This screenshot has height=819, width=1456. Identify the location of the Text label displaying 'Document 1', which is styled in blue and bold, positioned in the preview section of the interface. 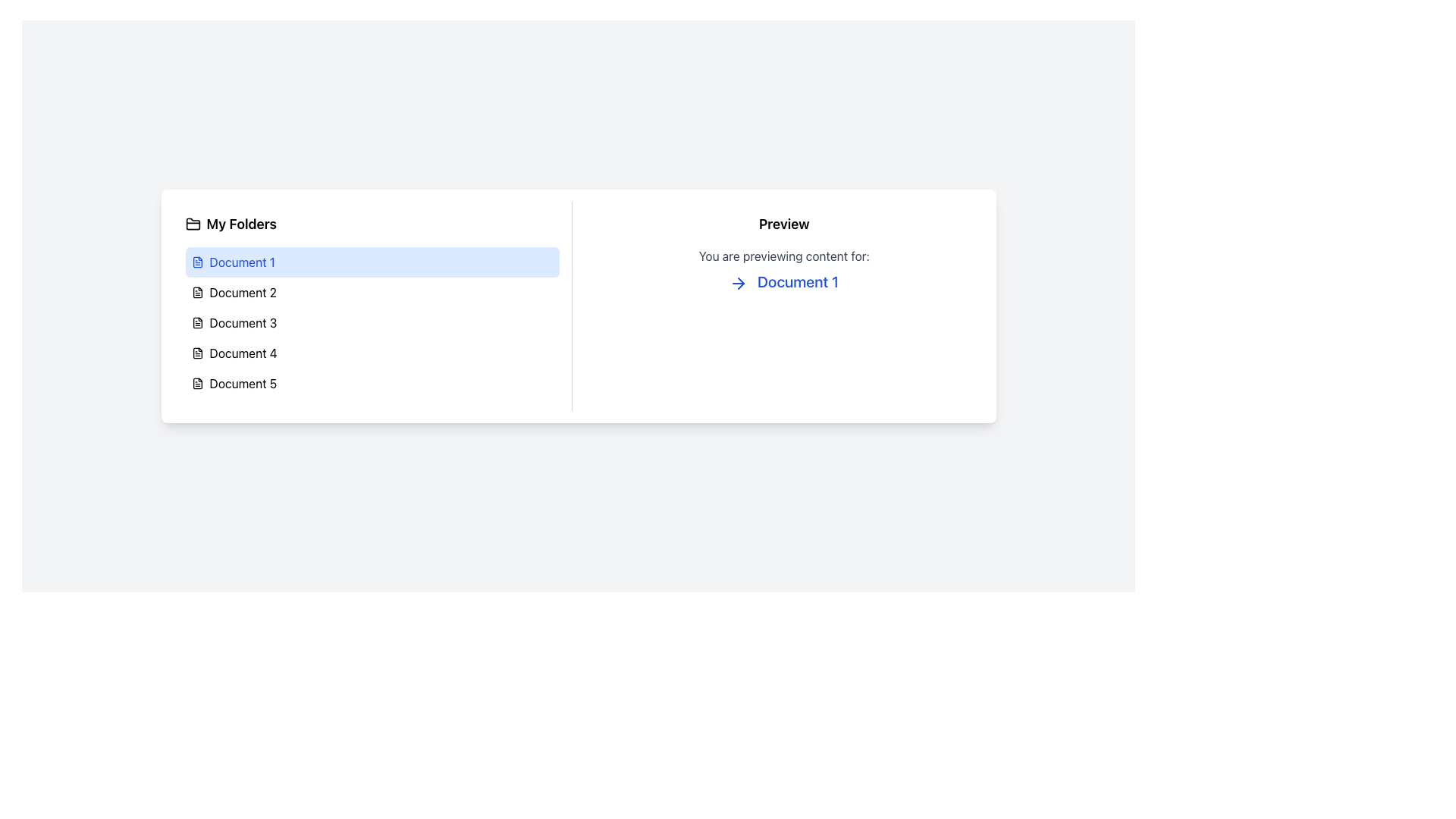
(784, 281).